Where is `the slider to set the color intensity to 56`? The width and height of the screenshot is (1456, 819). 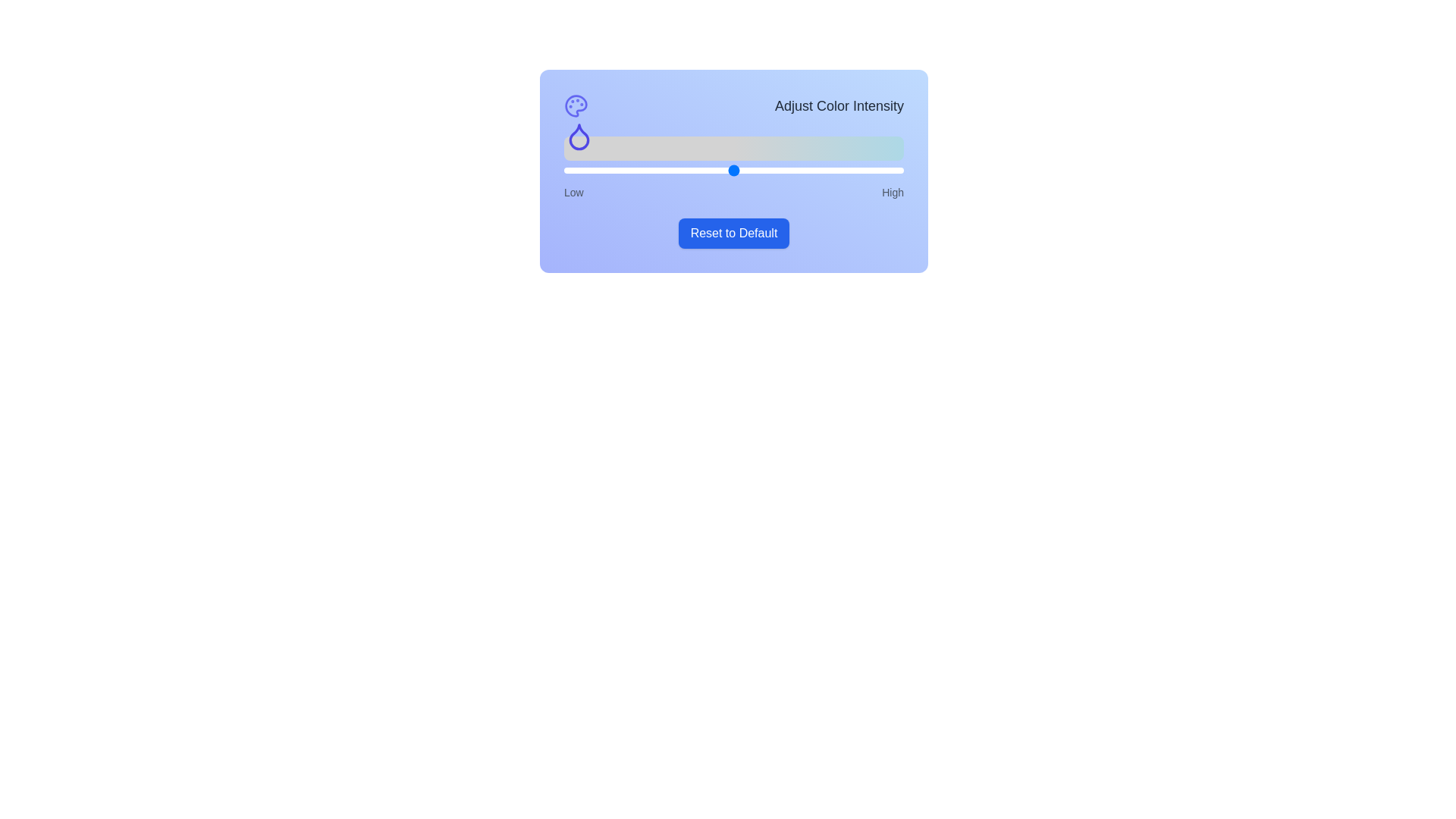 the slider to set the color intensity to 56 is located at coordinates (754, 170).